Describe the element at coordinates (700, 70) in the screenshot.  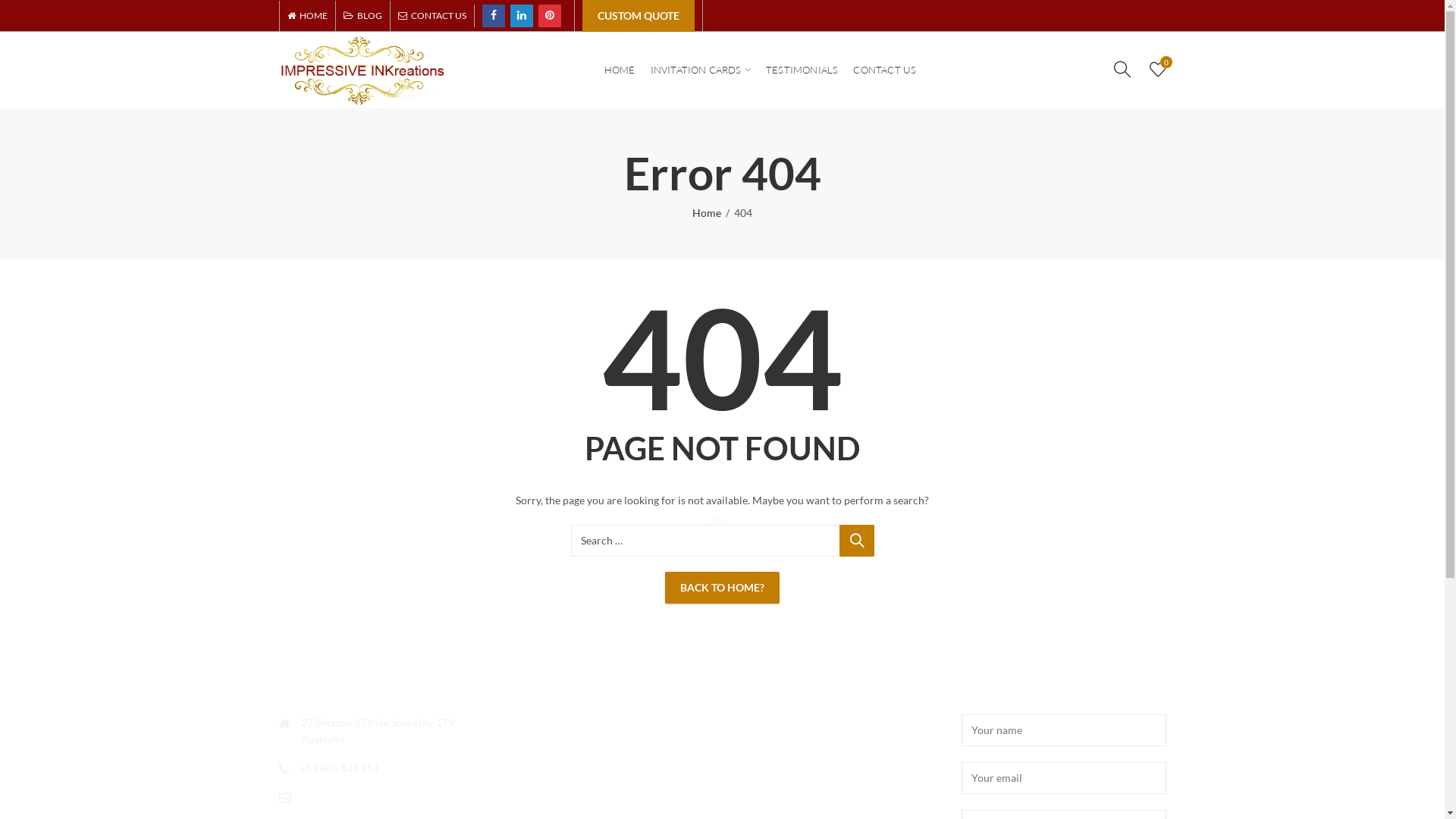
I see `'INVITATION CARDS'` at that location.